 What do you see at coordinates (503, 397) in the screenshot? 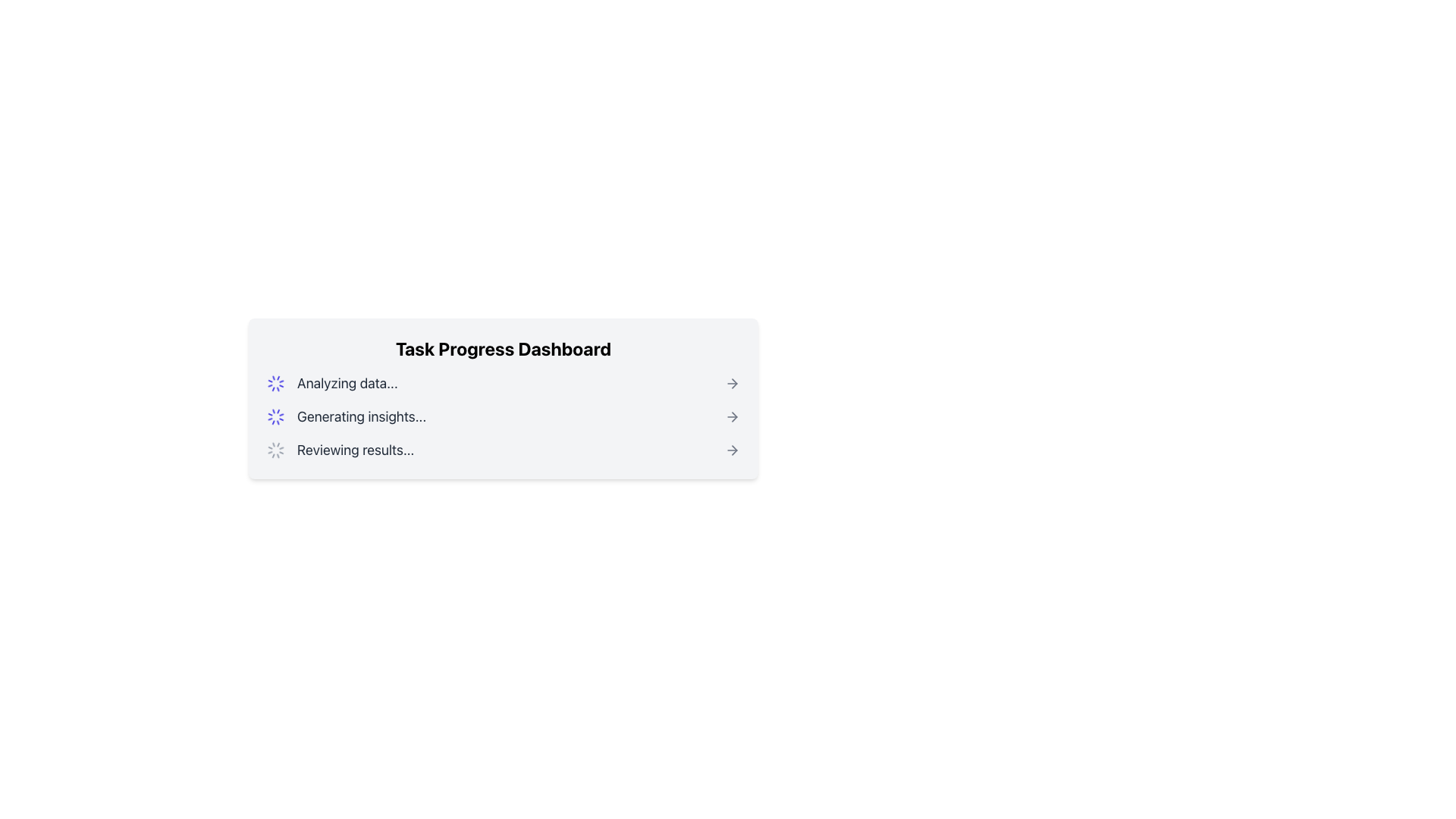
I see `the first card component in the dashboard that summarizes task progress and provides real-time updates` at bounding box center [503, 397].